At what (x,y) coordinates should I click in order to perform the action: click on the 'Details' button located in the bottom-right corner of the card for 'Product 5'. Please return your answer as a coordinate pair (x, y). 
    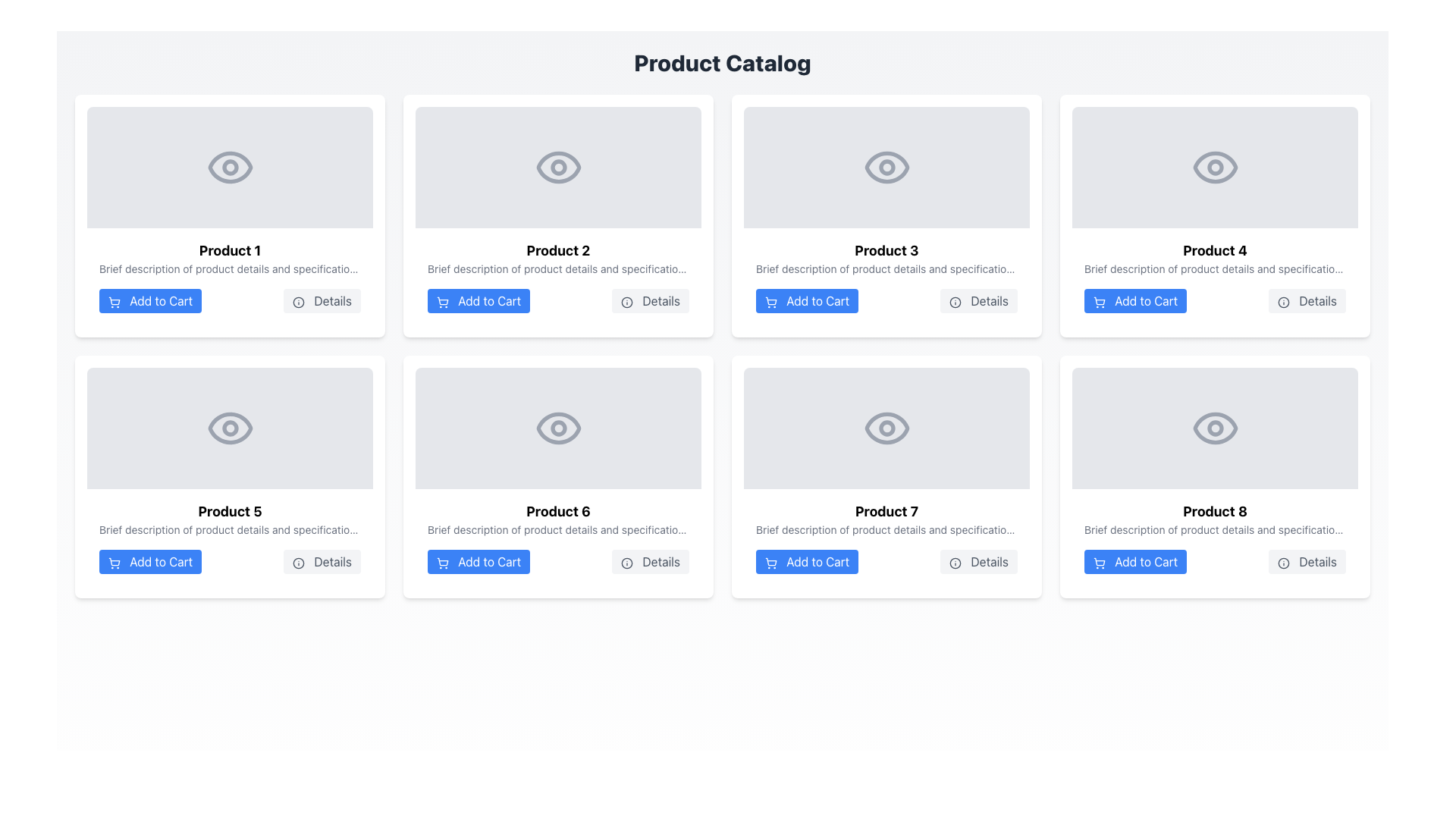
    Looking at the image, I should click on (322, 561).